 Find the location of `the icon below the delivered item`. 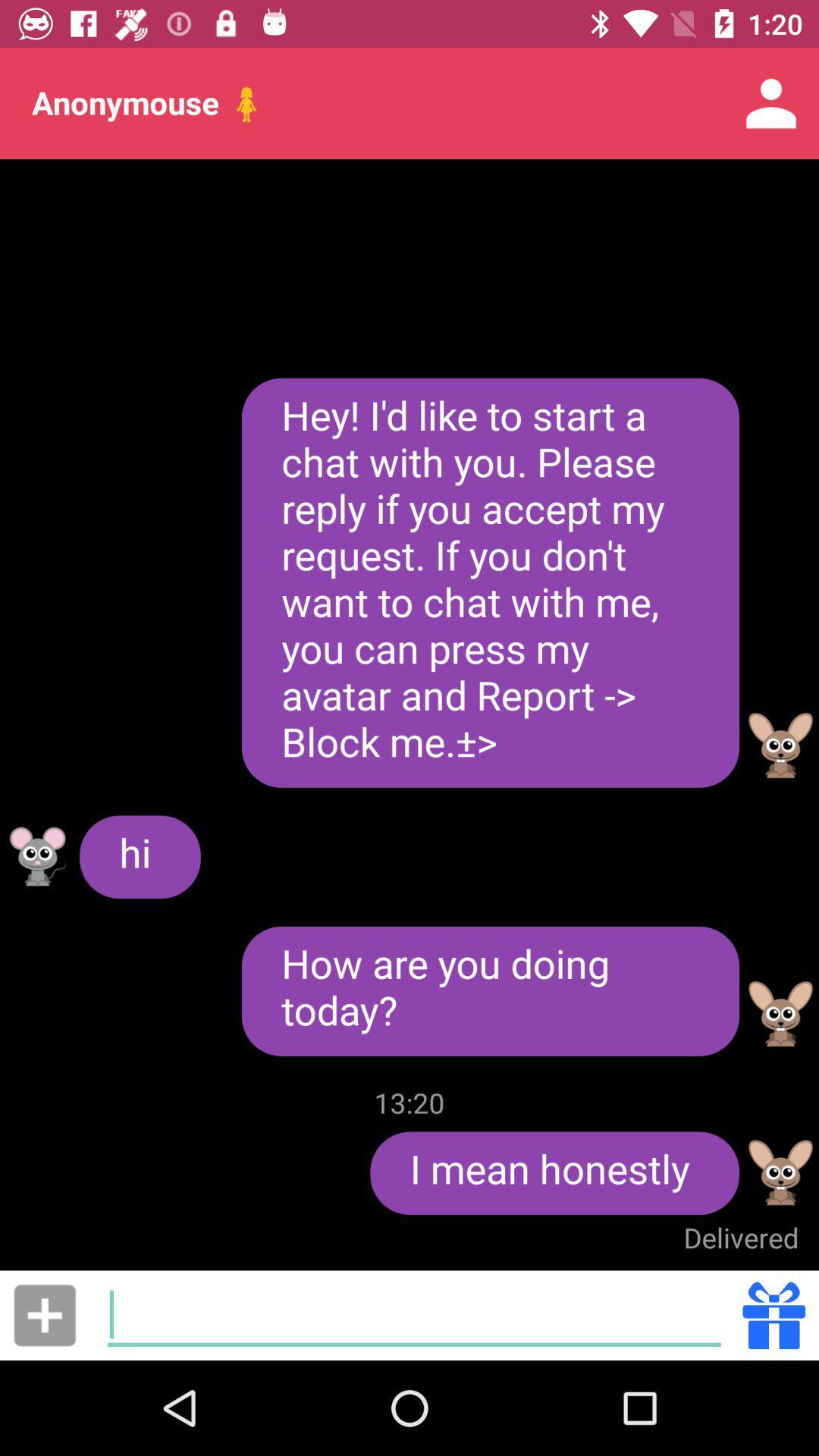

the icon below the delivered item is located at coordinates (773, 1314).